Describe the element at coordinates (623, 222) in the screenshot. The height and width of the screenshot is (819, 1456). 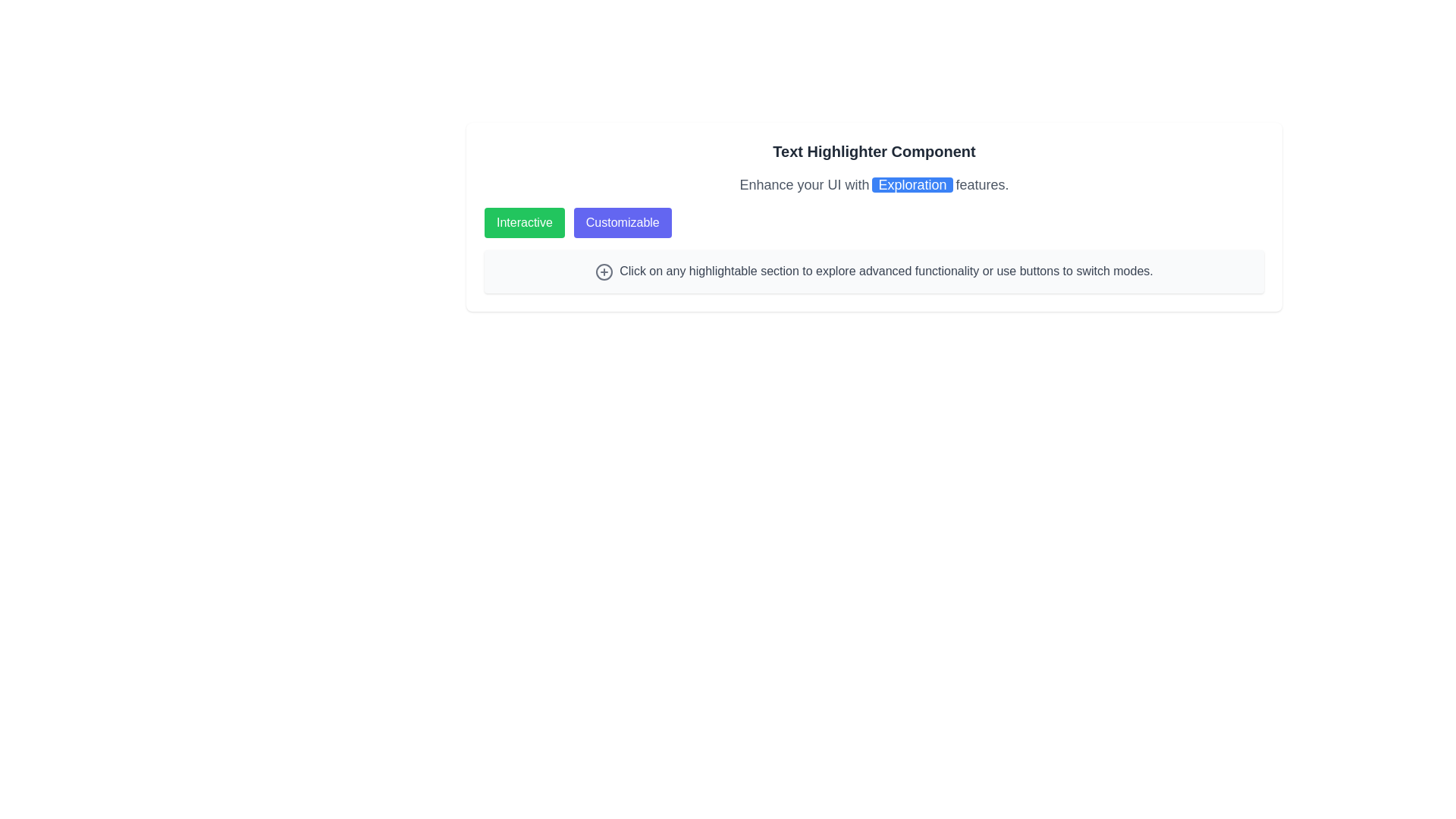
I see `the button labeled 'Customizable', which has a purple background and white text` at that location.